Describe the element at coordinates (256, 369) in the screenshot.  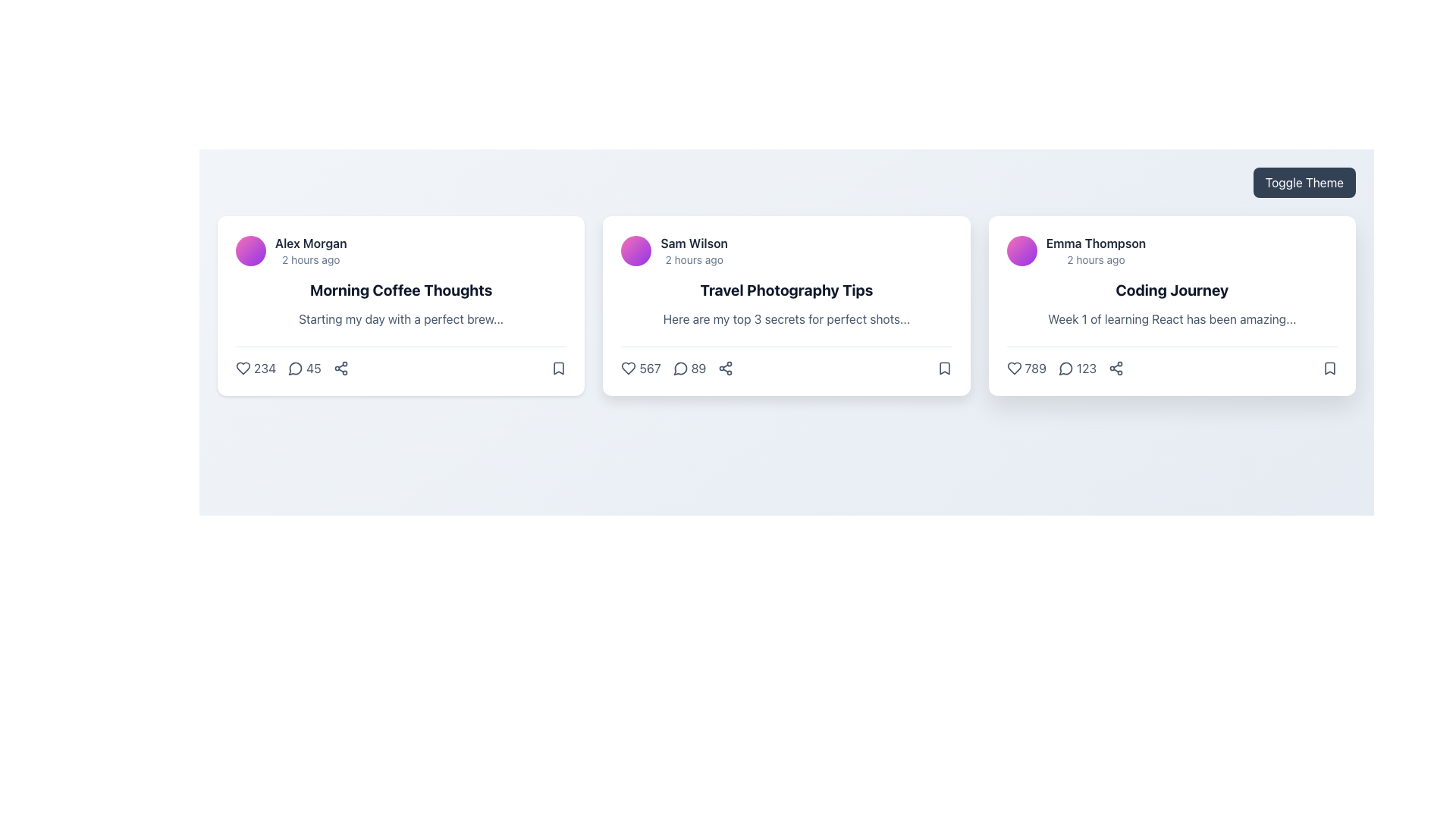
I see `the like button represented by a heart icon in the bottom section of the 'Morning Coffee Thoughts' card by Alex Morgan to register a like or favorite` at that location.